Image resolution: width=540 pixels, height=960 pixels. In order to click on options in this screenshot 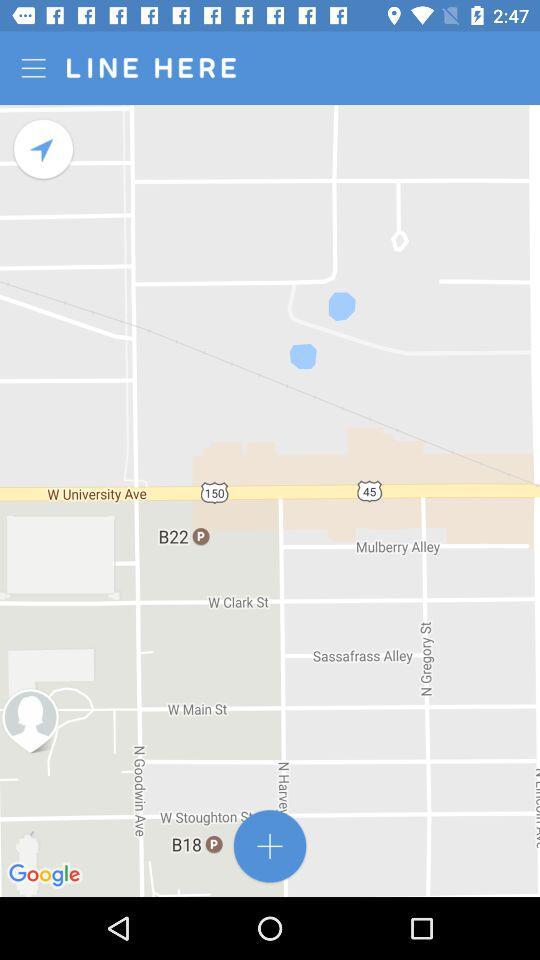, I will do `click(35, 68)`.